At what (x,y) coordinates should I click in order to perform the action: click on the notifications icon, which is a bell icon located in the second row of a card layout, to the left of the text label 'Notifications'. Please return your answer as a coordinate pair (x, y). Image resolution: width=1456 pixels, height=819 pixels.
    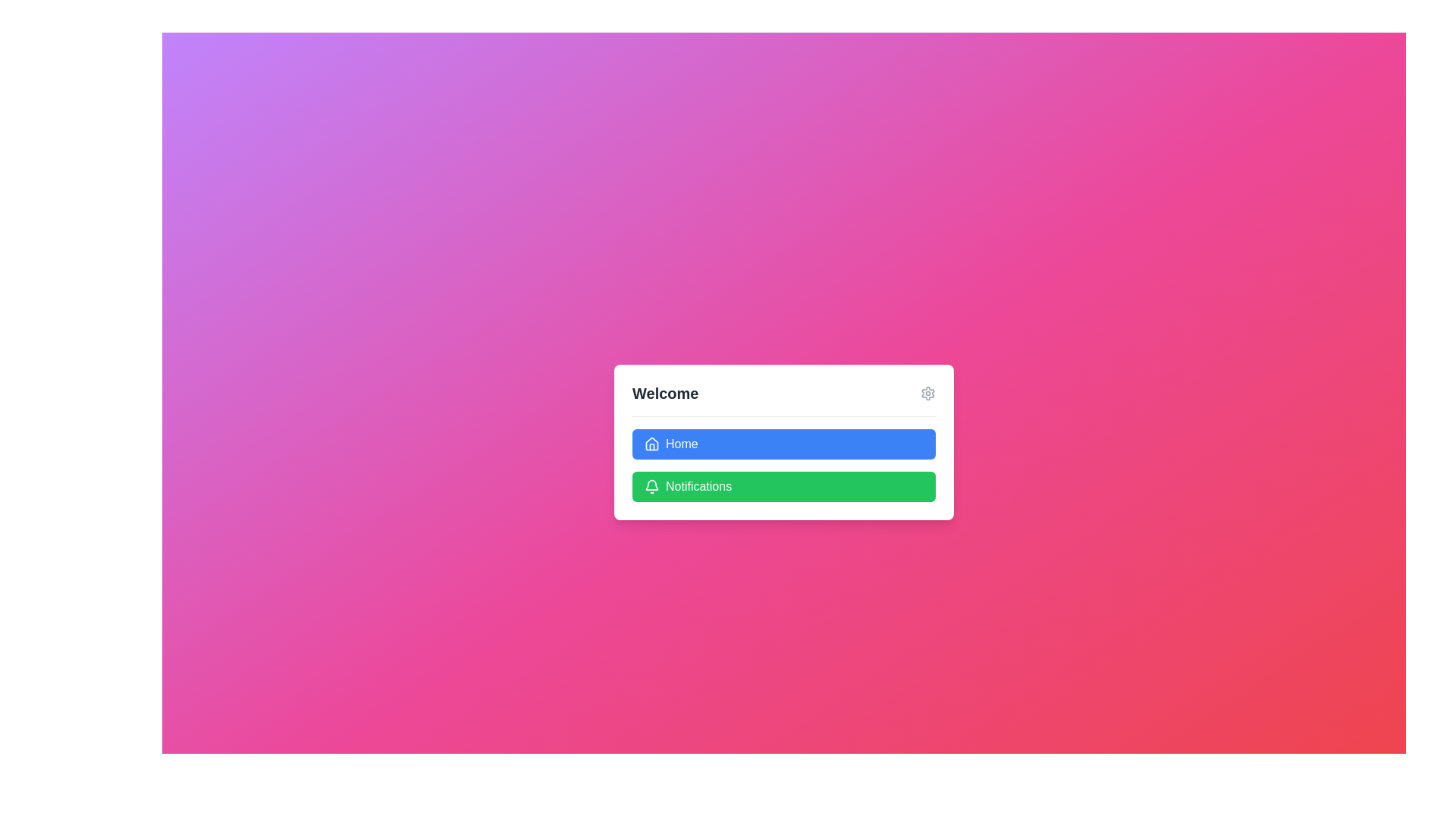
    Looking at the image, I should click on (651, 485).